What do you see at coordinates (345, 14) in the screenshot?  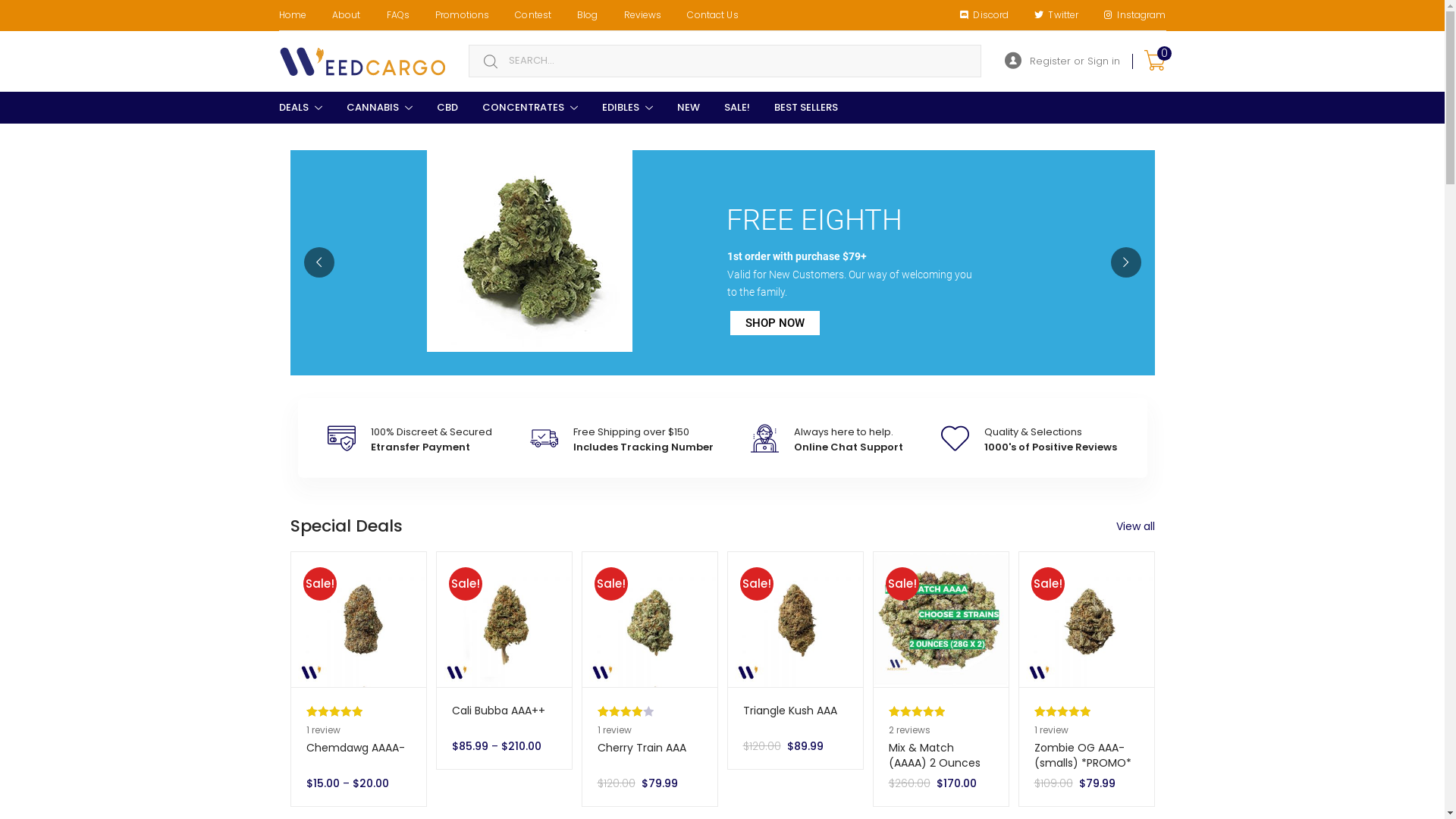 I see `'About'` at bounding box center [345, 14].